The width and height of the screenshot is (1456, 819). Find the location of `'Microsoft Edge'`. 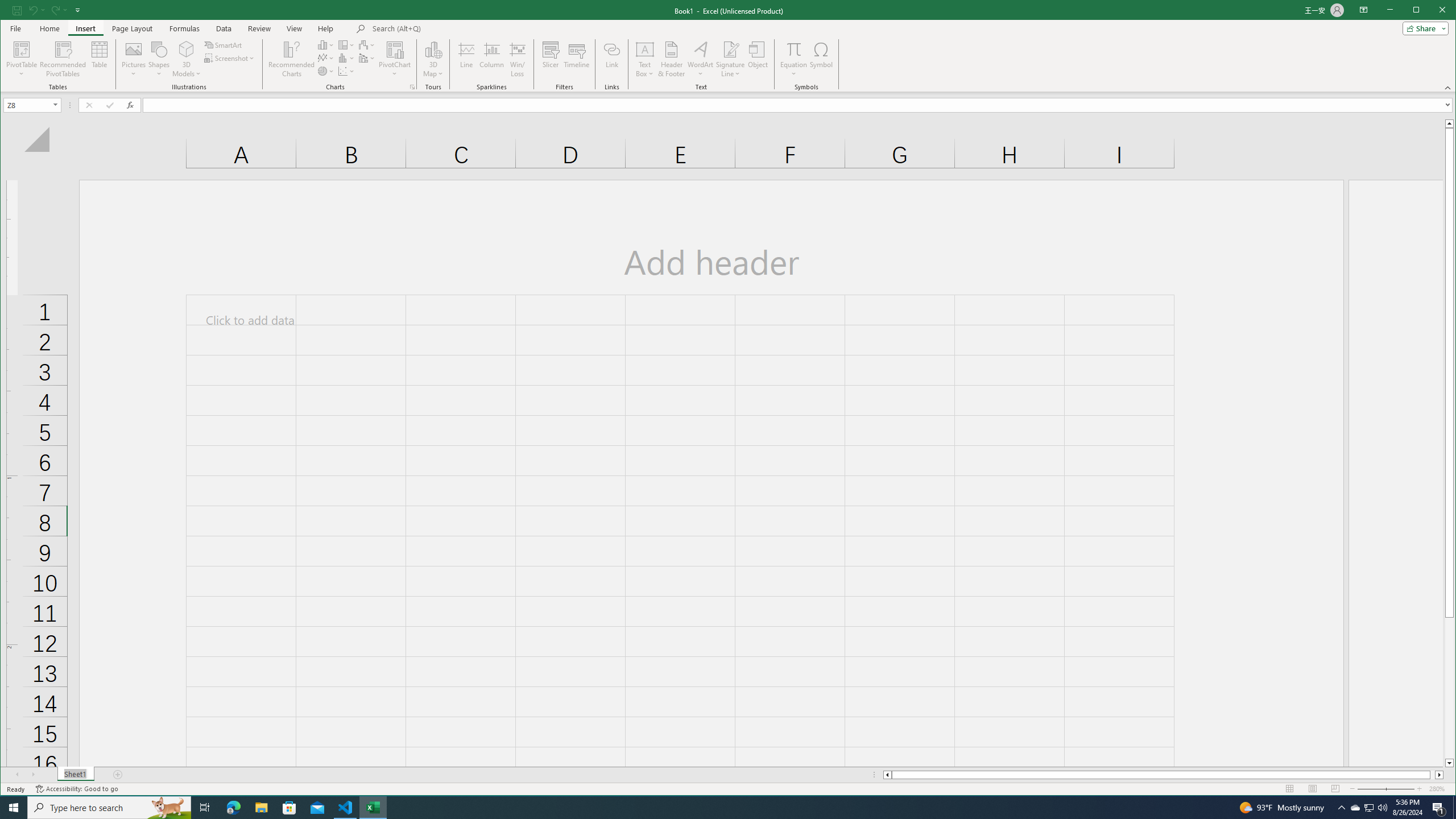

'Microsoft Edge' is located at coordinates (233, 806).